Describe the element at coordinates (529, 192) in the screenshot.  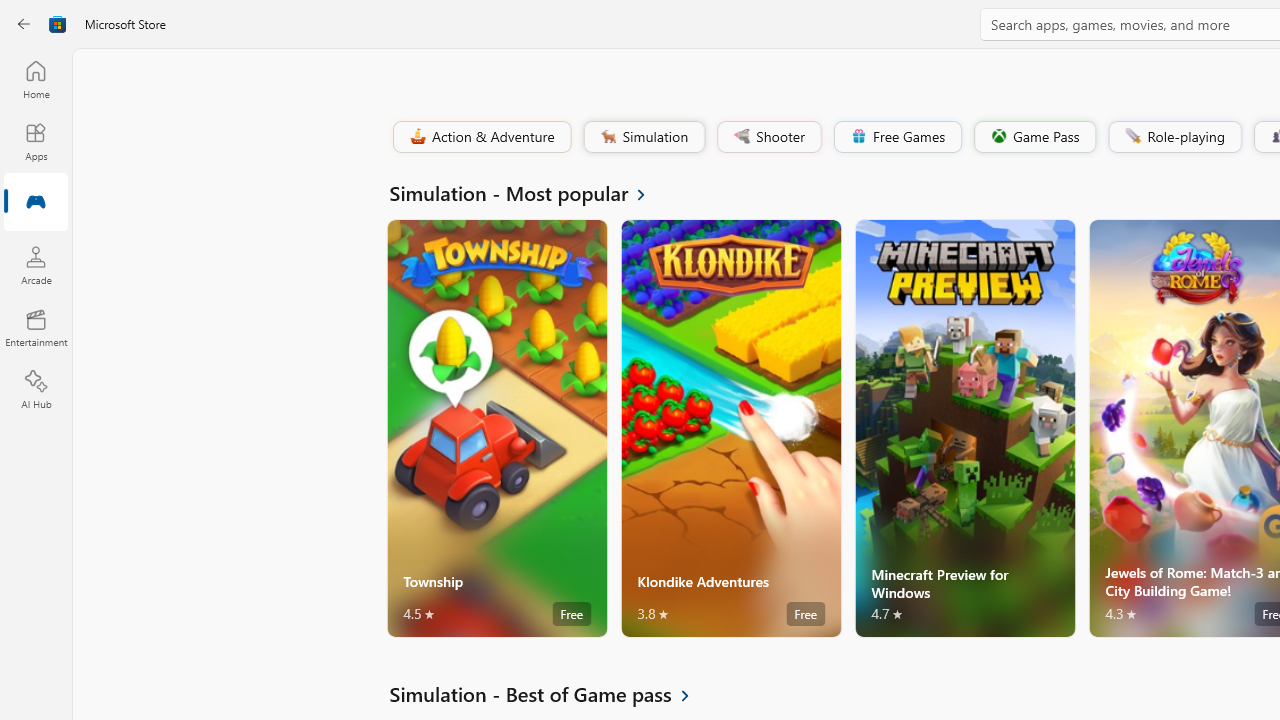
I see `'See all  Simulation - Most popular'` at that location.